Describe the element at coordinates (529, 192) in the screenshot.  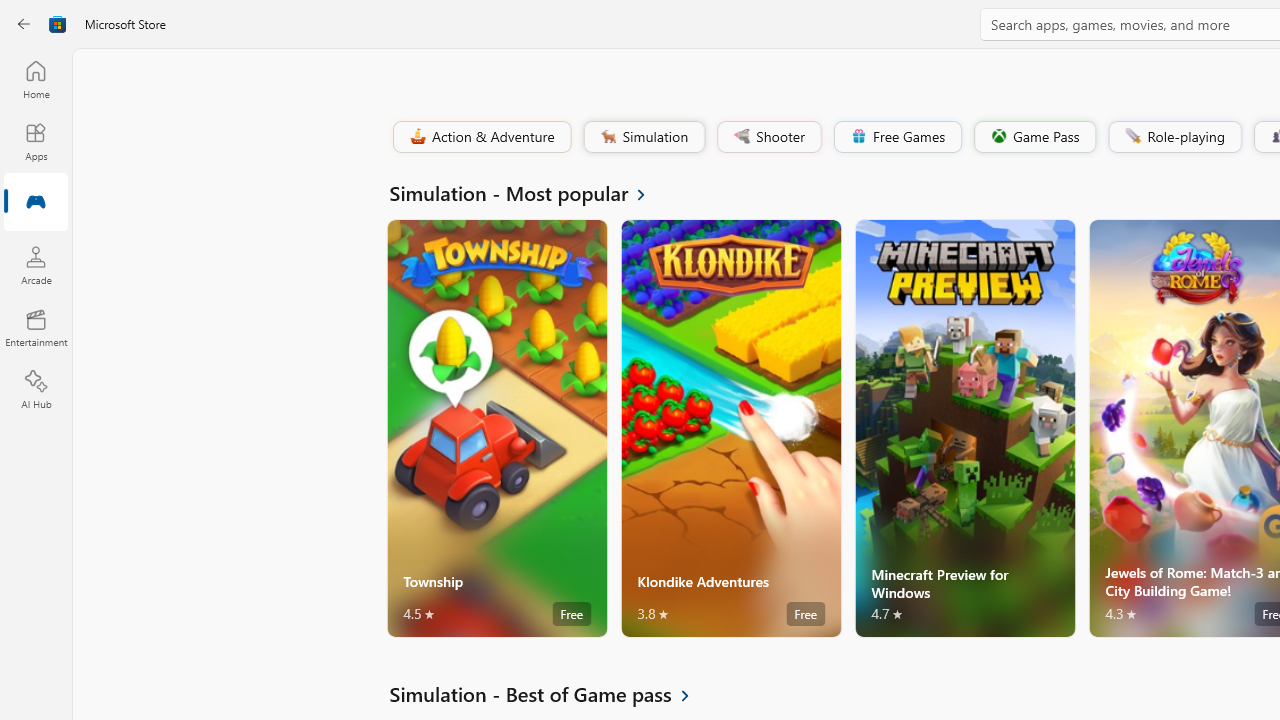
I see `'See all  Simulation - Most popular'` at that location.